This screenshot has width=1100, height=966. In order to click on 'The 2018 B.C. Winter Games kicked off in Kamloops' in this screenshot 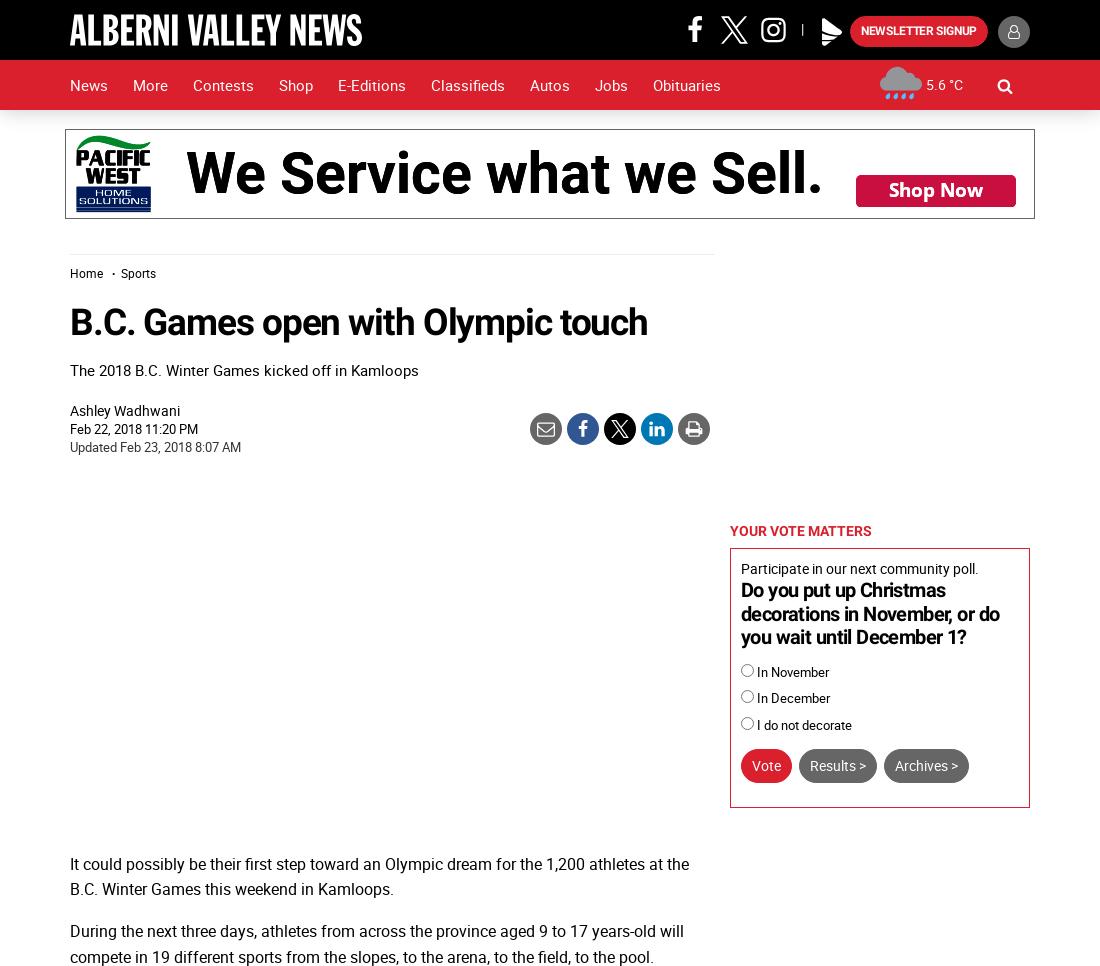, I will do `click(244, 368)`.